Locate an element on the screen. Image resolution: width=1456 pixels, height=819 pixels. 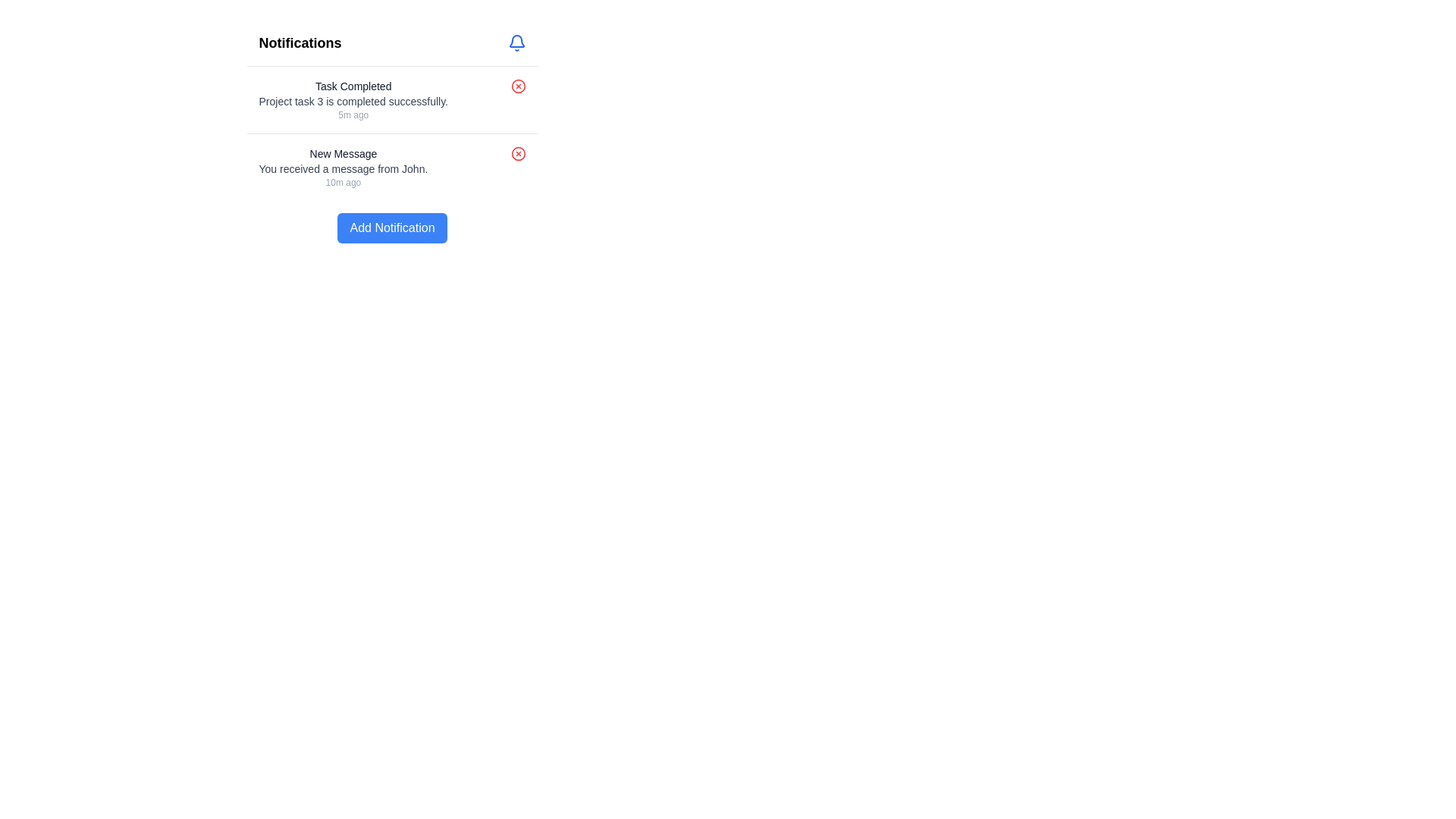
the timestamp text element located at the bottom-right corner of the 'New Message' notification, which is the second notification in the list, below the message 'You received a message from John.' is located at coordinates (342, 181).